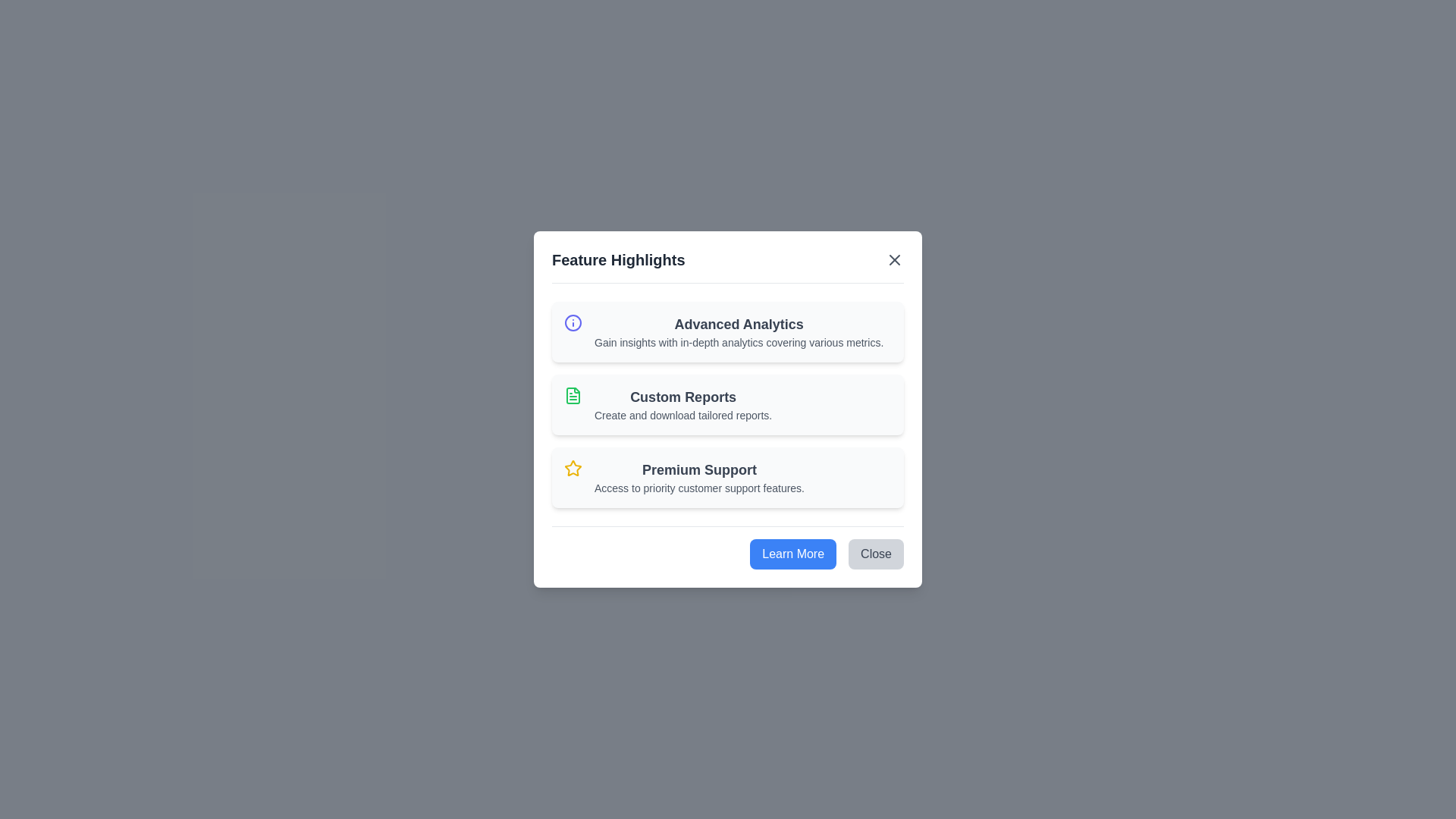 This screenshot has width=1456, height=819. I want to click on the 'Premium Support' text label, which is bold and larger than surrounding text, located in the center of the modal view above its description, so click(698, 469).